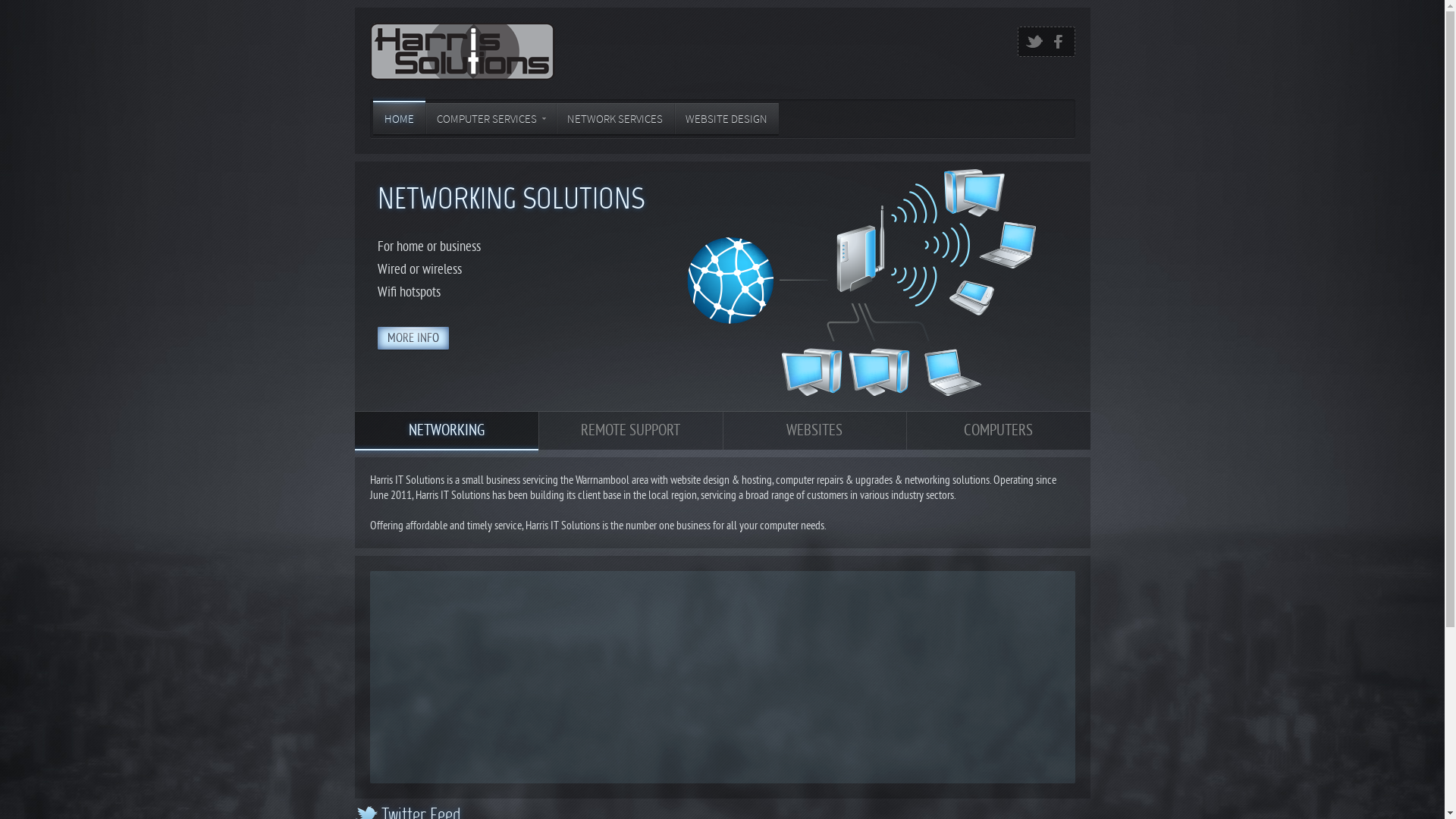 The width and height of the screenshot is (1456, 819). Describe the element at coordinates (724, 118) in the screenshot. I see `'WEBSITE DESIGN'` at that location.